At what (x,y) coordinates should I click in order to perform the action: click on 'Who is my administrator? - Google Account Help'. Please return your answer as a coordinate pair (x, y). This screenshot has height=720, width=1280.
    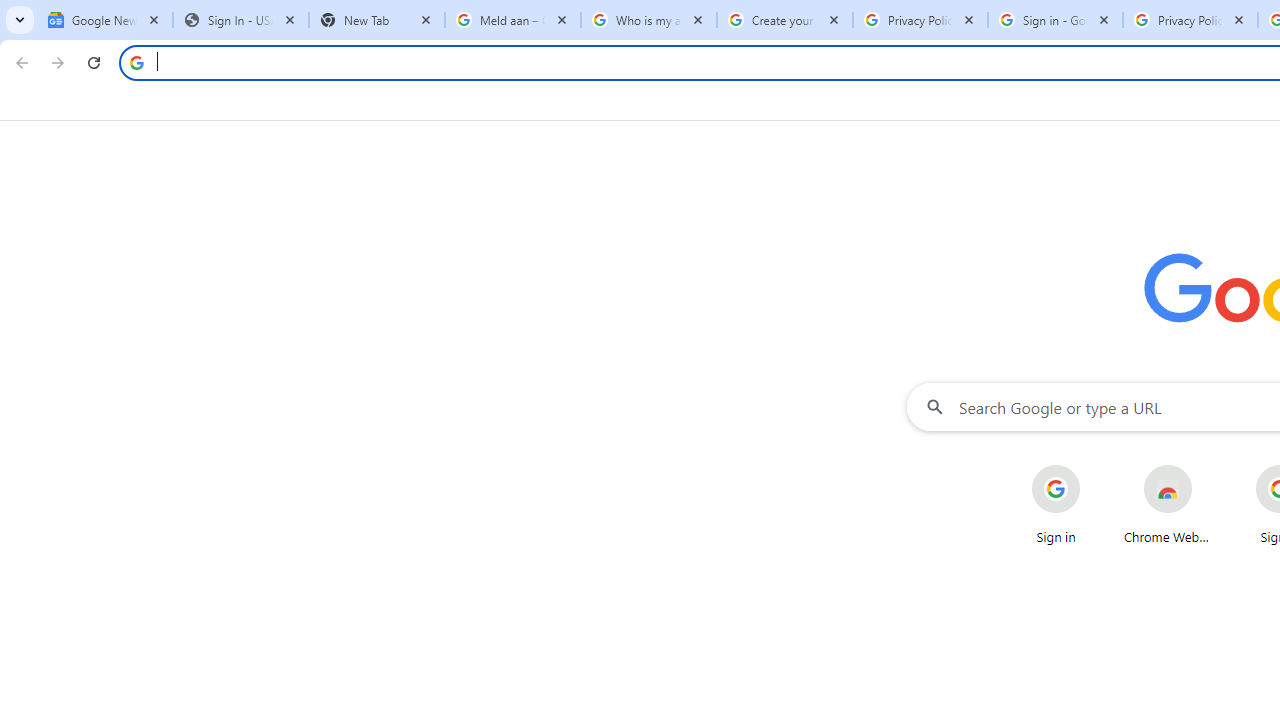
    Looking at the image, I should click on (648, 20).